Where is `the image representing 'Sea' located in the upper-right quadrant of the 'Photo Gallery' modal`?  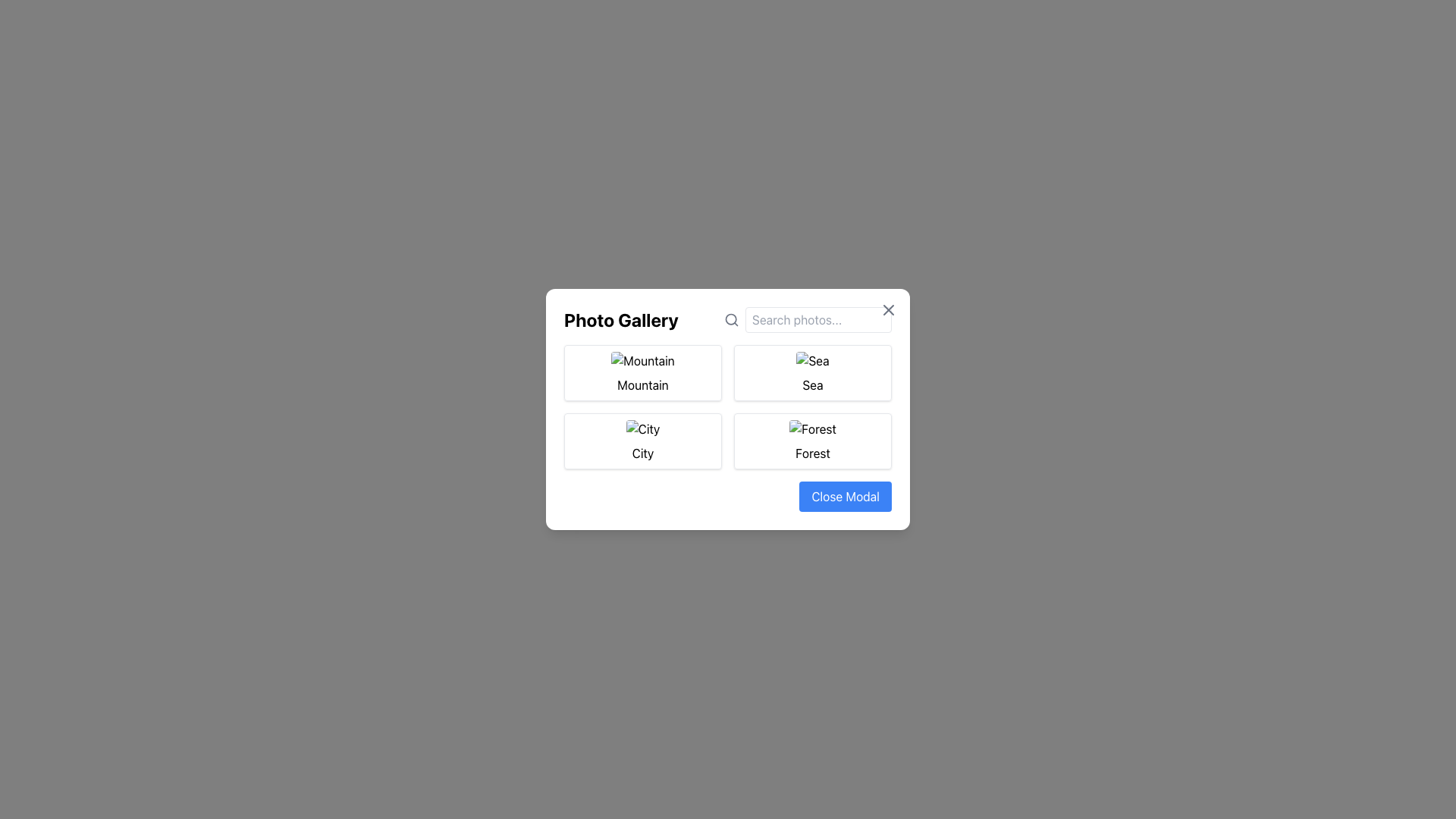 the image representing 'Sea' located in the upper-right quadrant of the 'Photo Gallery' modal is located at coordinates (811, 360).